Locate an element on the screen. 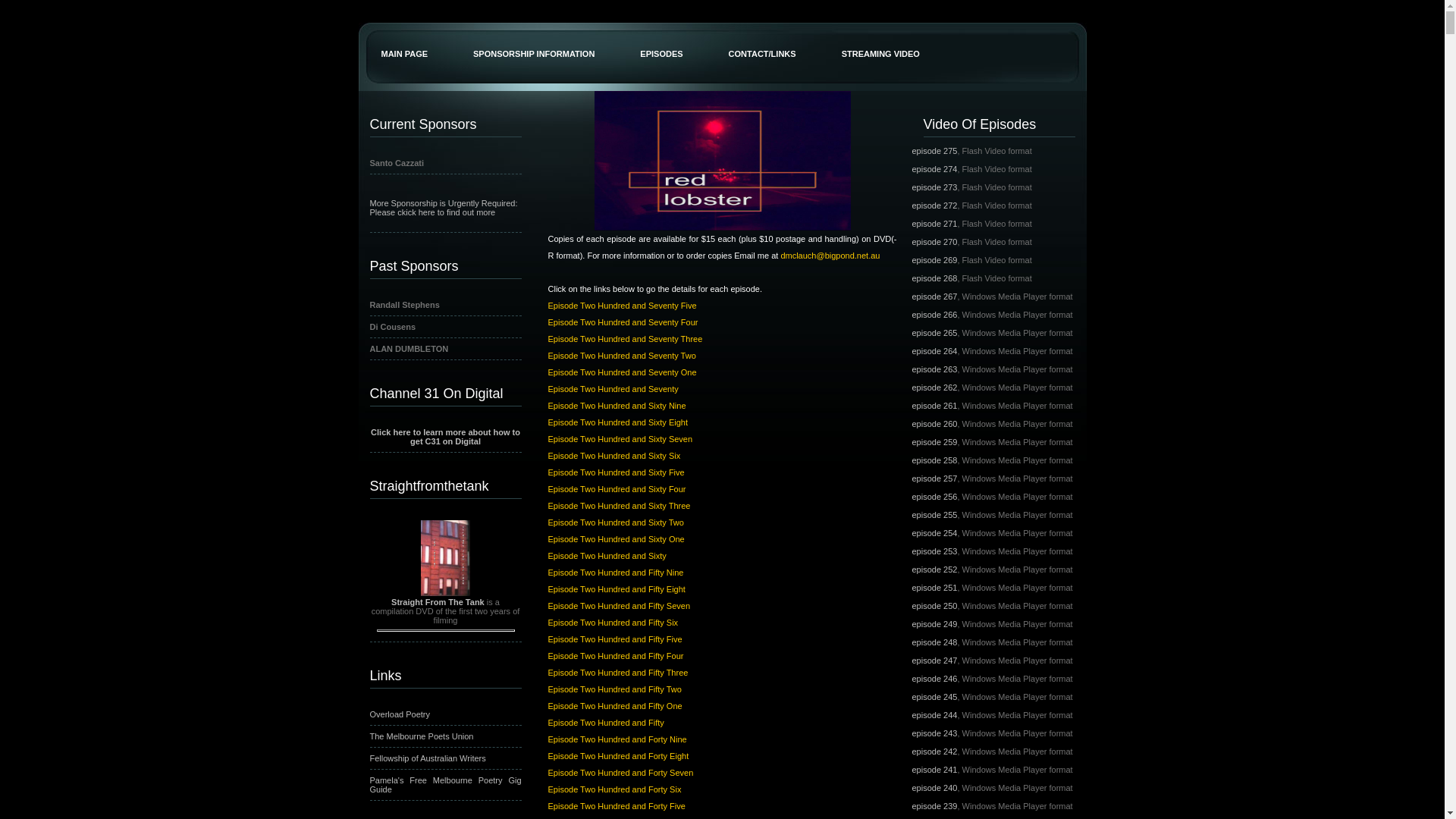 The image size is (1456, 819). 'episode 268' is located at coordinates (934, 278).